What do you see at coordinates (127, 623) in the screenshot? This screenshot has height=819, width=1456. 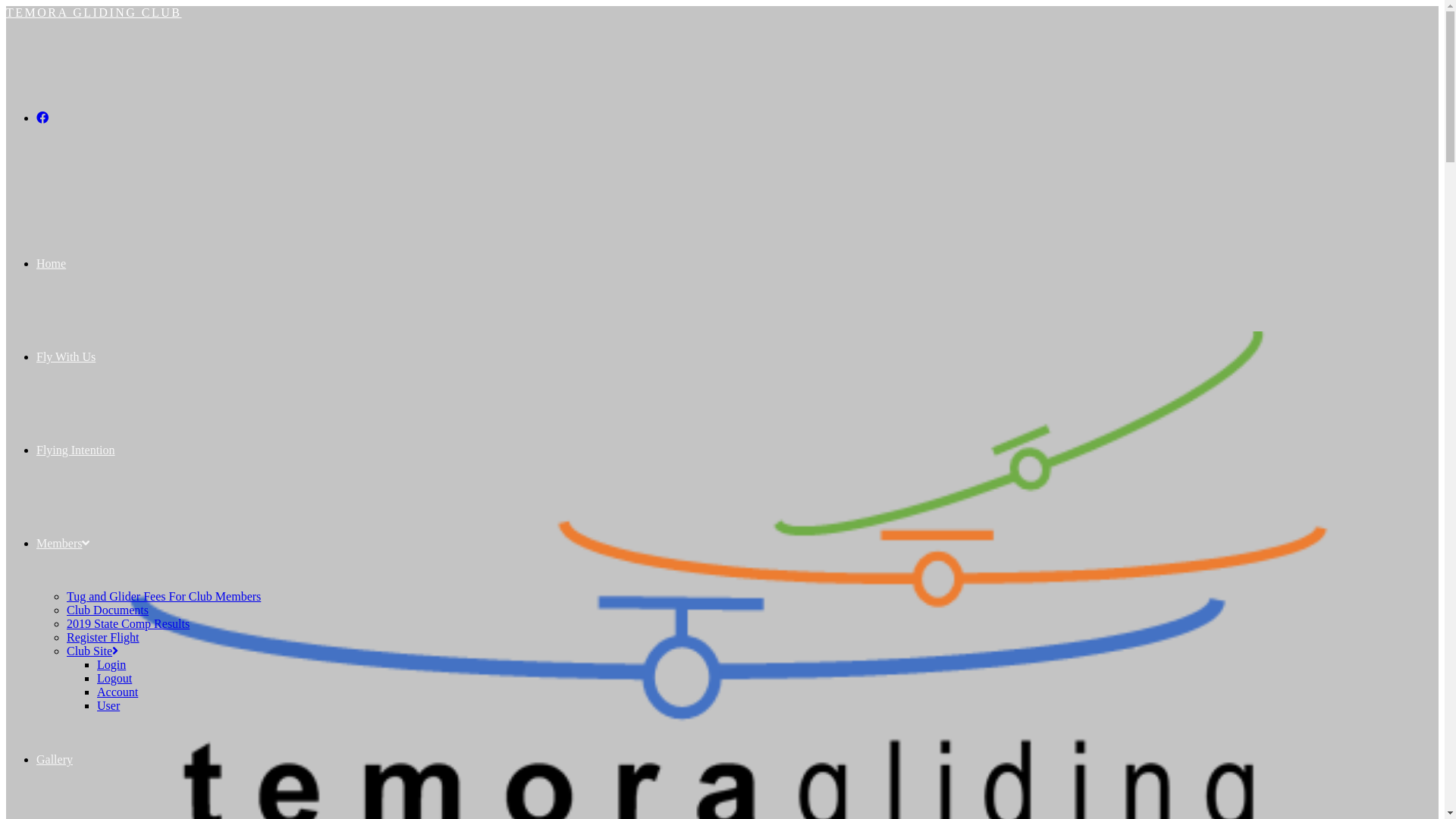 I see `'2019 State Comp Results'` at bounding box center [127, 623].